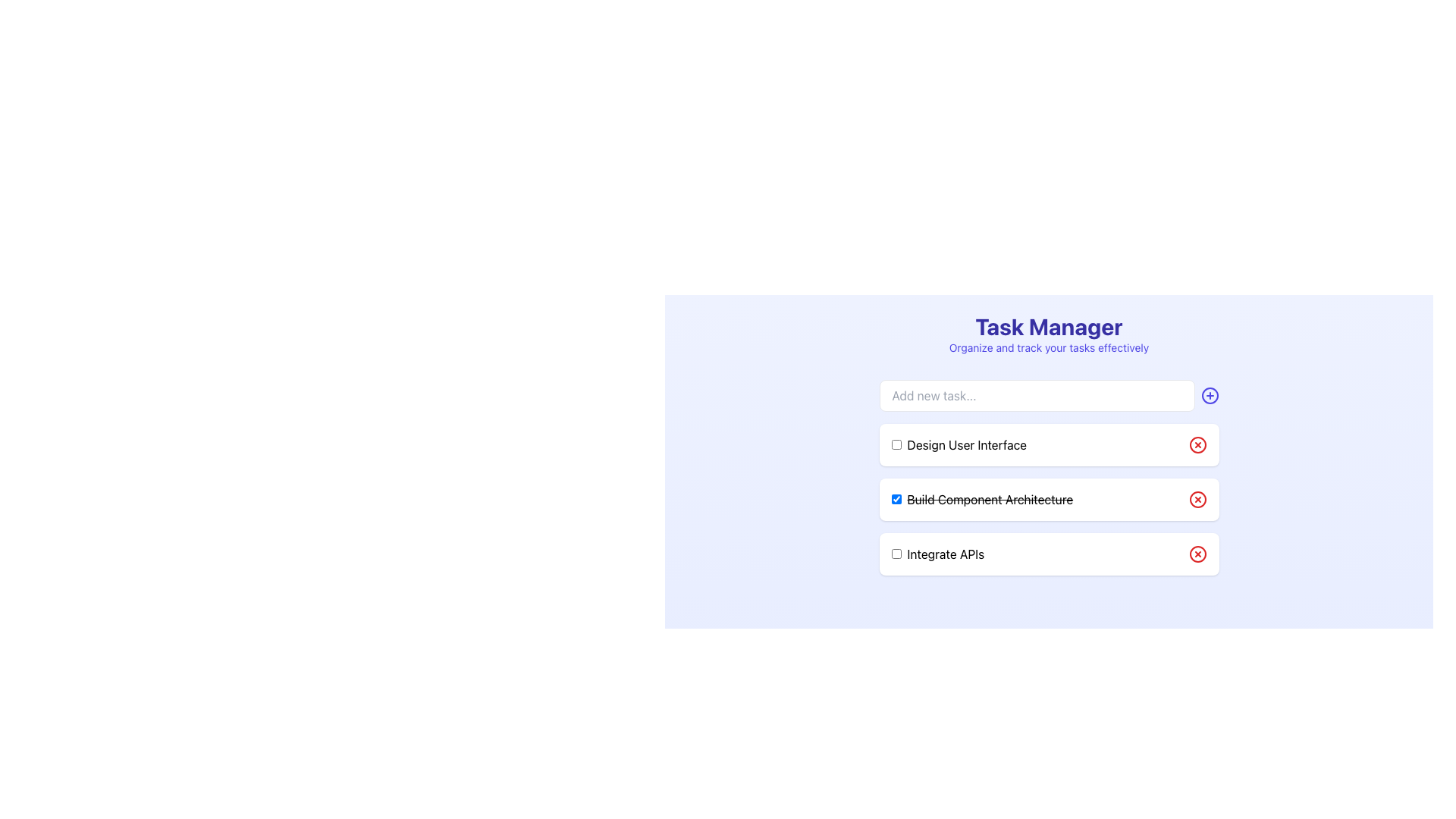  What do you see at coordinates (896, 499) in the screenshot?
I see `the checkbox for the task 'Build Component Architecture'` at bounding box center [896, 499].